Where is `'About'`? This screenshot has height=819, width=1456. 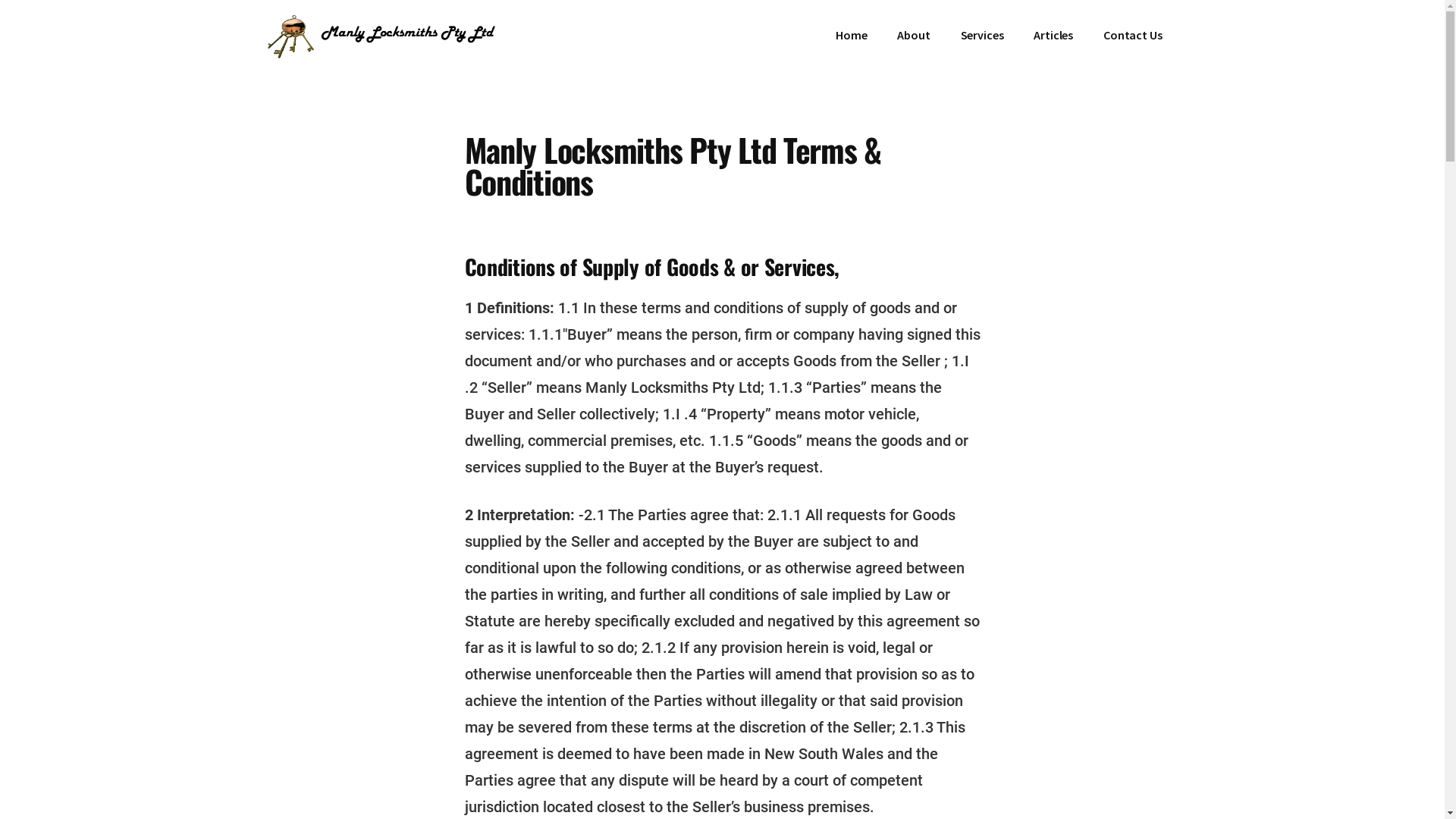
'About' is located at coordinates (912, 34).